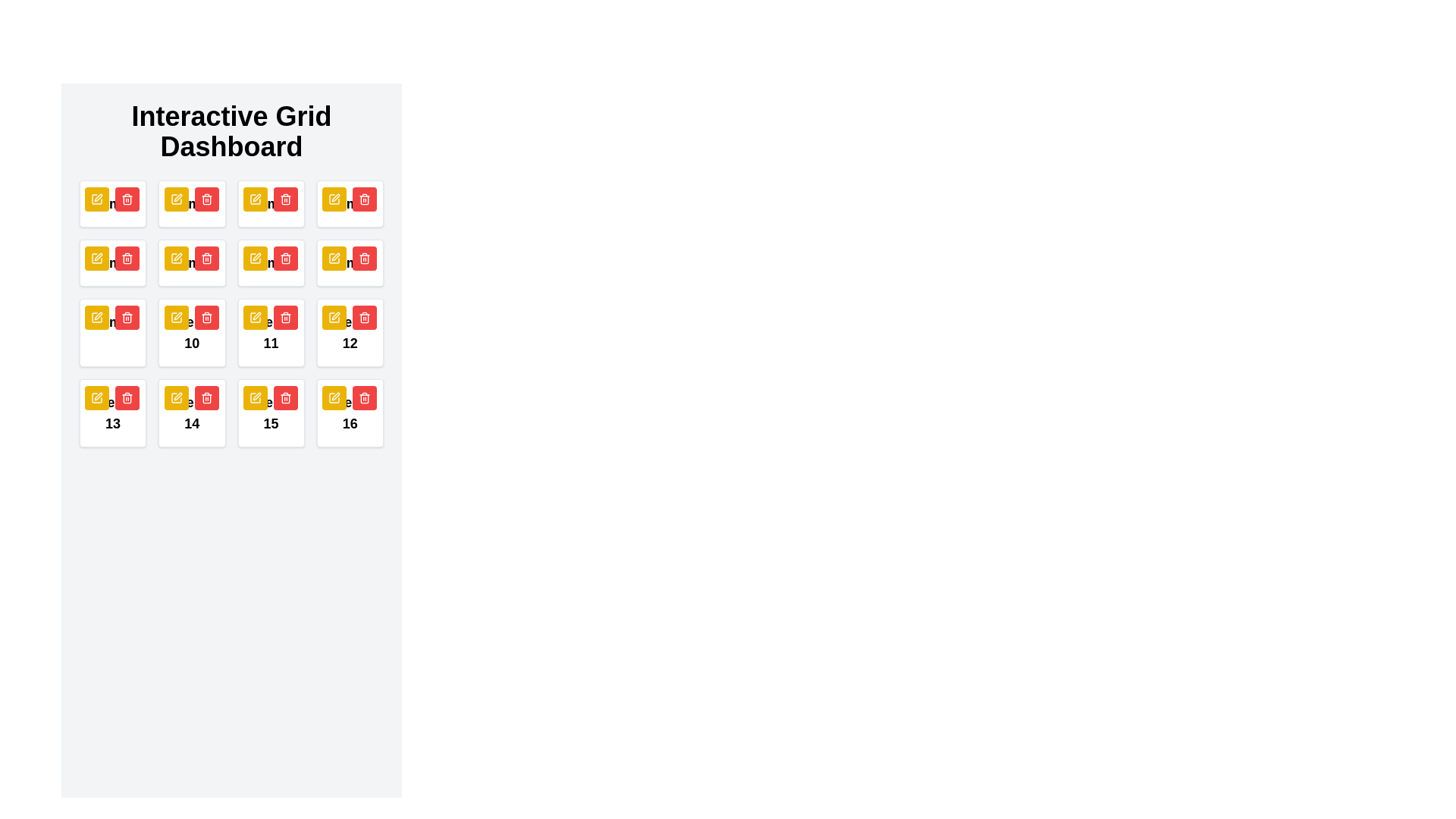  I want to click on the icon button that resembles a pen or pencil within a yellow rectangular button, located in the third row and first column of the grid layout, so click(256, 256).